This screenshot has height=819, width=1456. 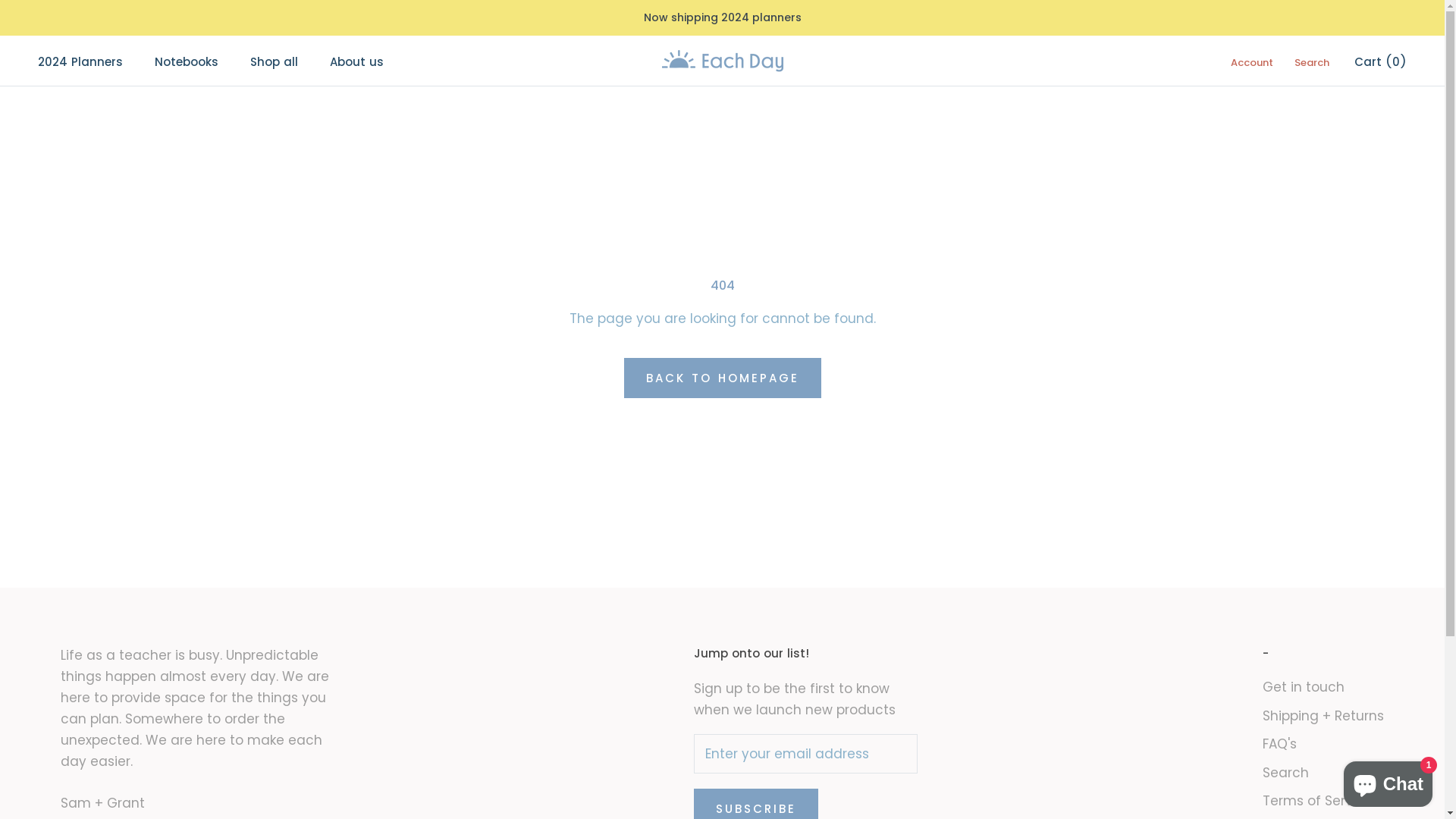 I want to click on 'Shop all, so click(x=274, y=61).